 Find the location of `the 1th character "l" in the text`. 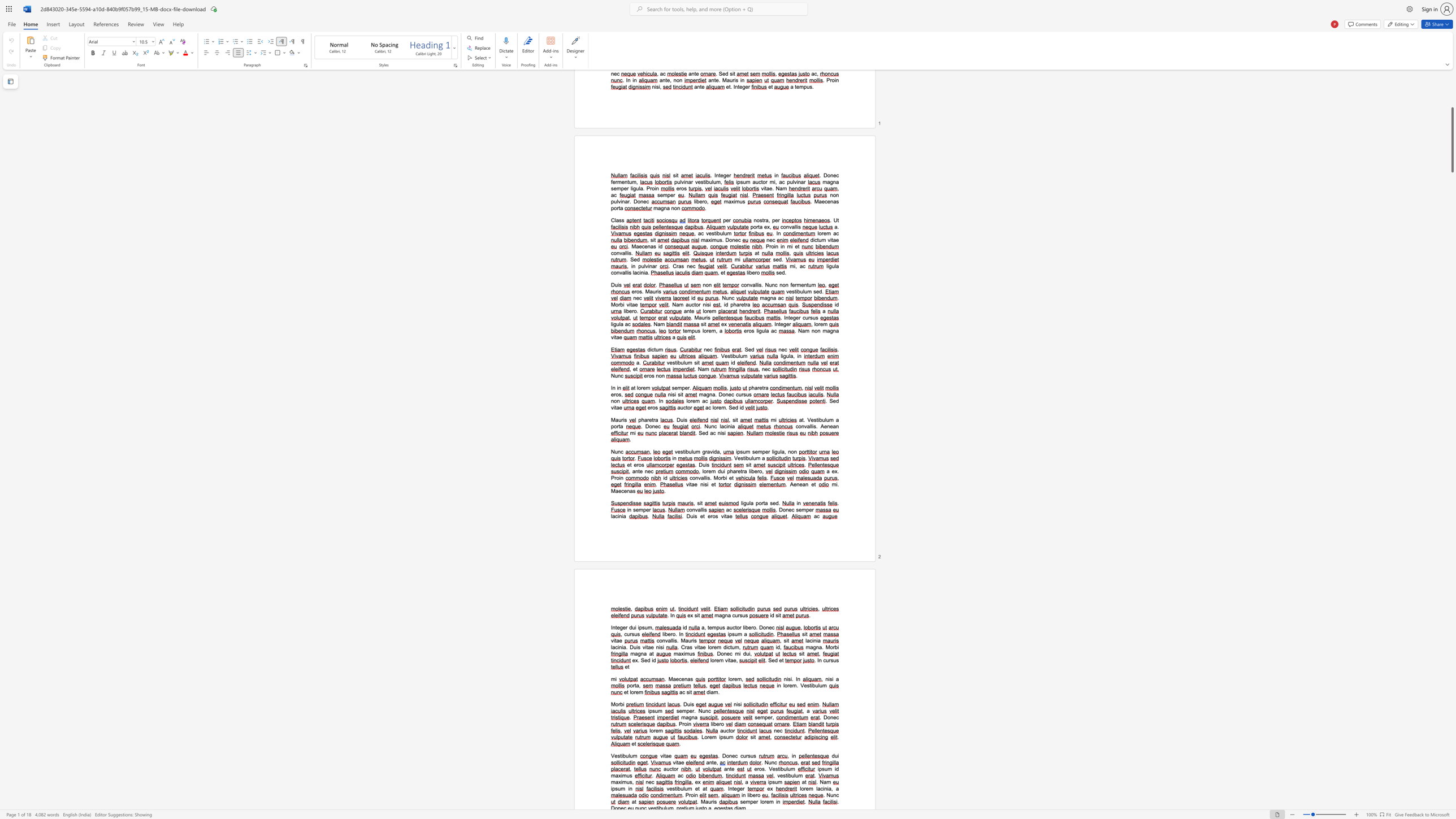

the 1th character "l" in the text is located at coordinates (800, 788).